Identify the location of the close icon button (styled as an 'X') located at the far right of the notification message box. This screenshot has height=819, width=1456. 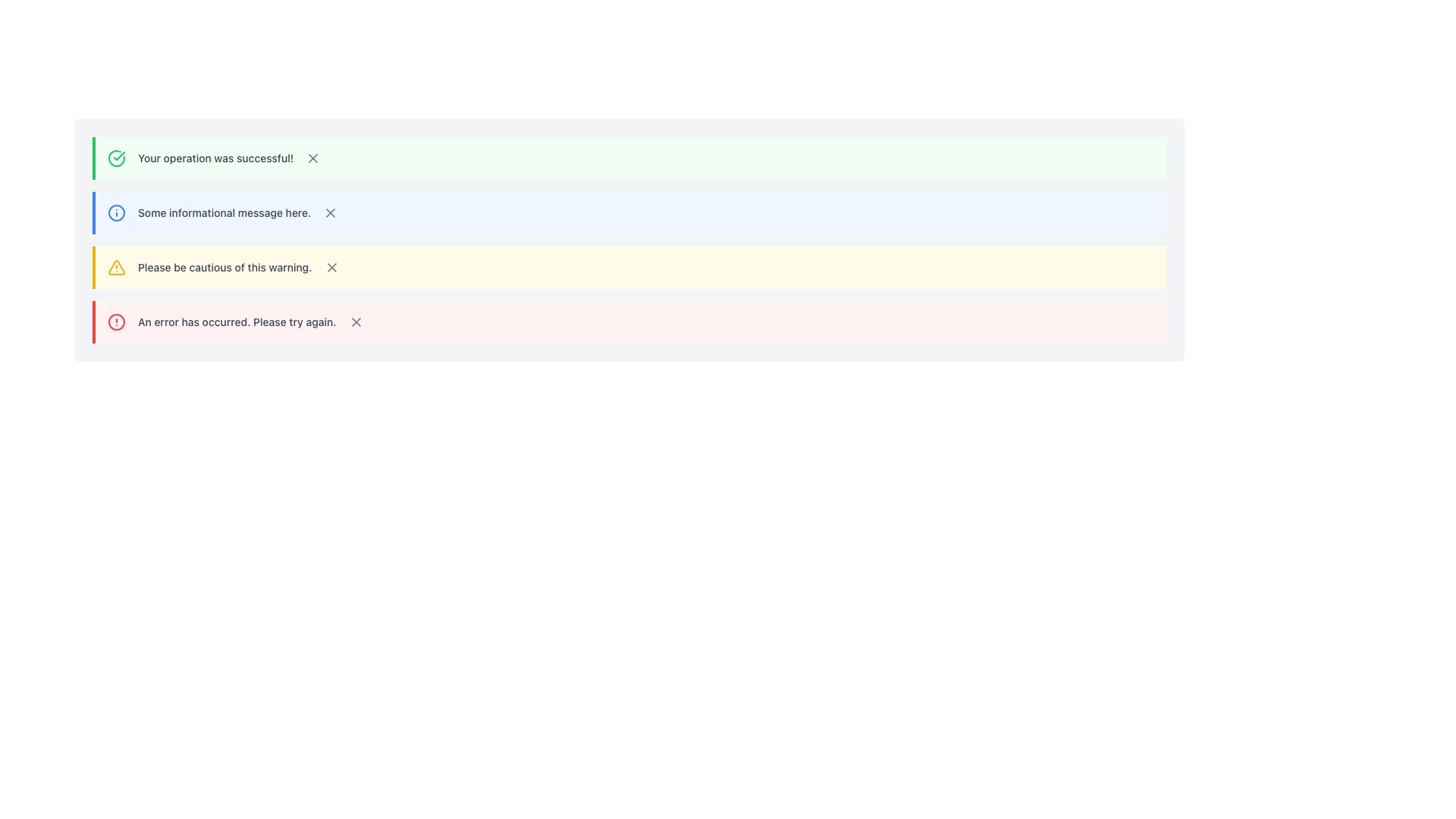
(330, 213).